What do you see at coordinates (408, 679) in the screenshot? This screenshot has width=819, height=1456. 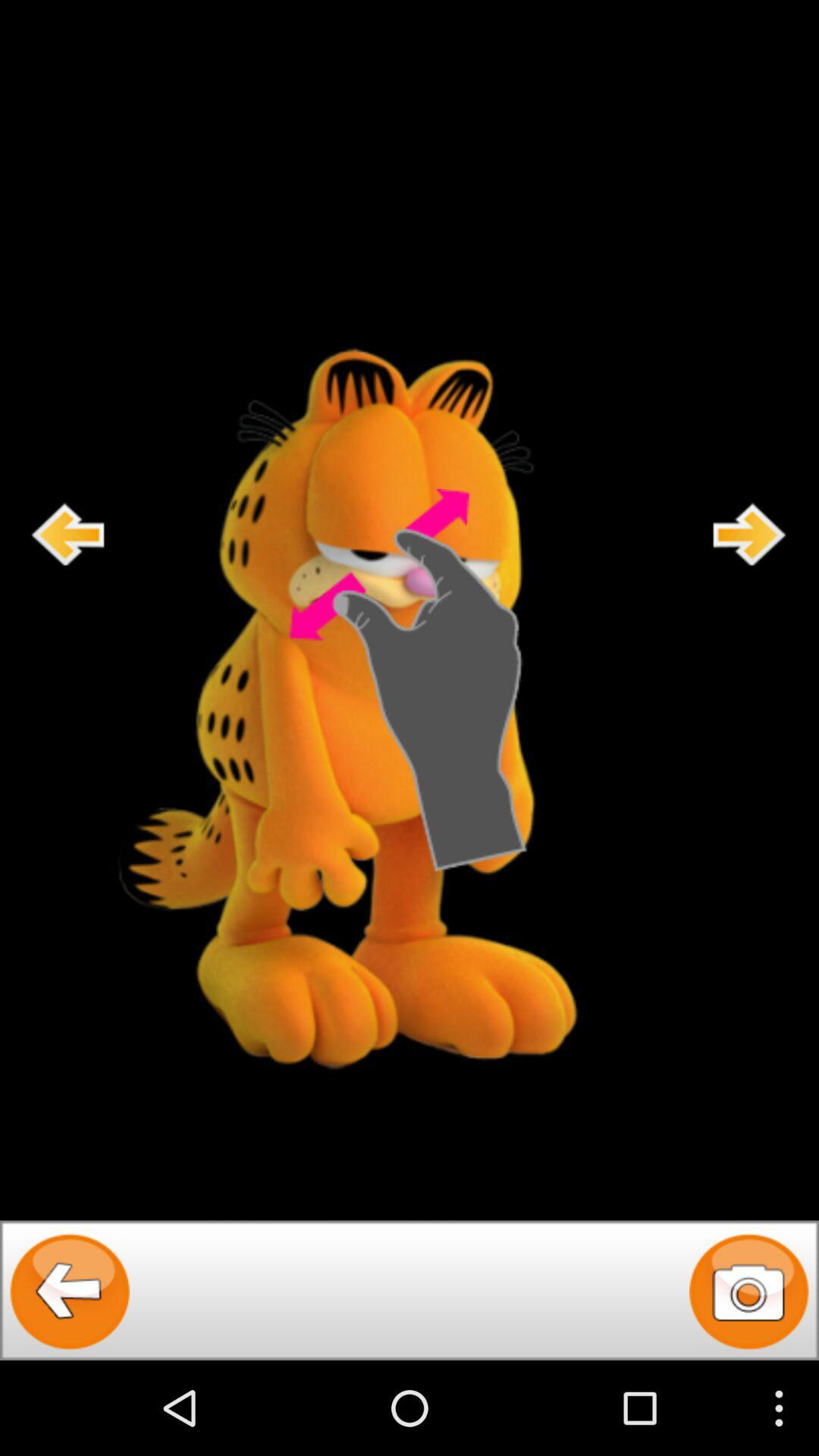 I see `zoom in on garfield` at bounding box center [408, 679].